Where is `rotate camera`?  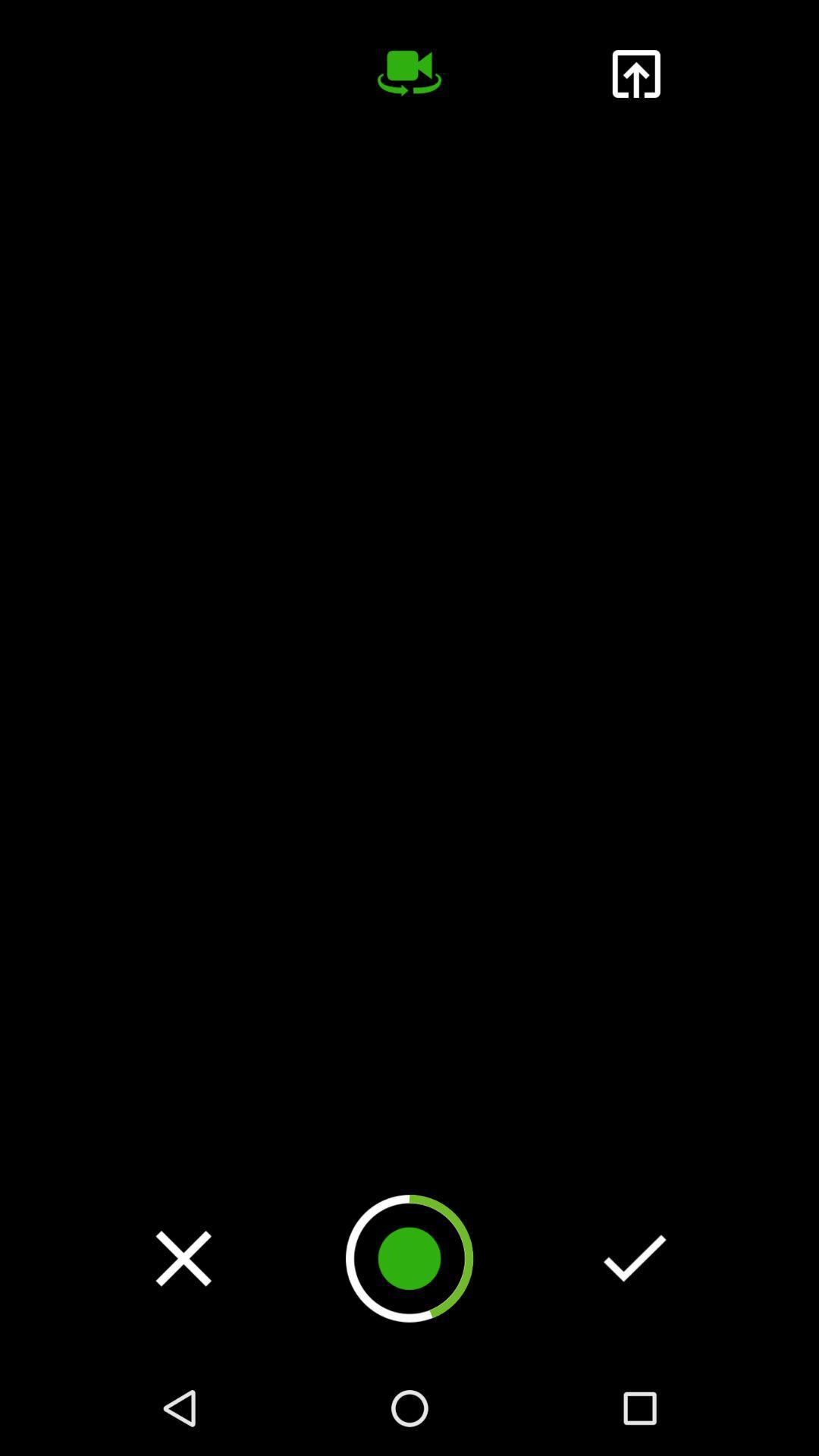
rotate camera is located at coordinates (409, 73).